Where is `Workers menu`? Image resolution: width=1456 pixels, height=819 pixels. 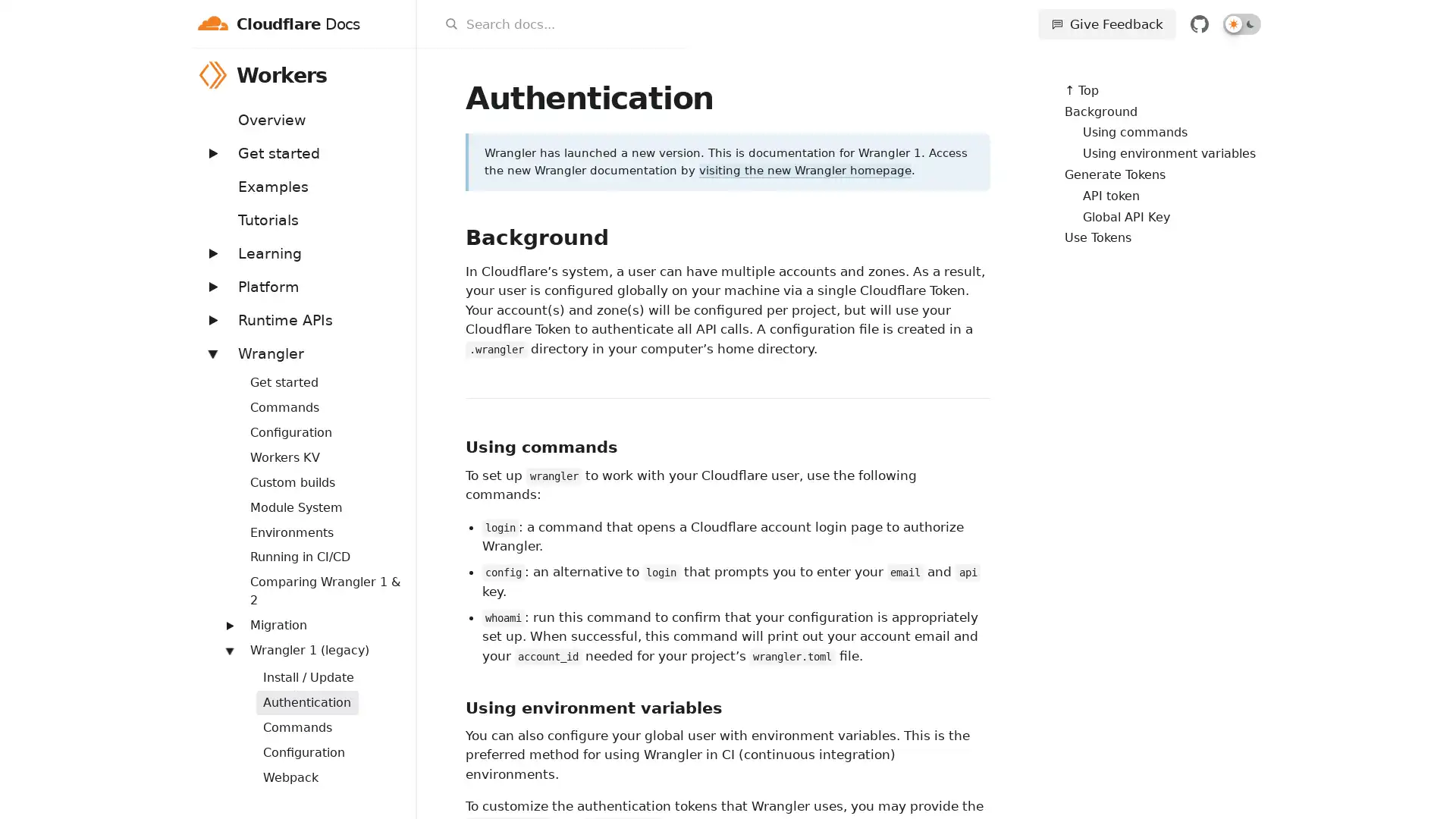
Workers menu is located at coordinates (396, 74).